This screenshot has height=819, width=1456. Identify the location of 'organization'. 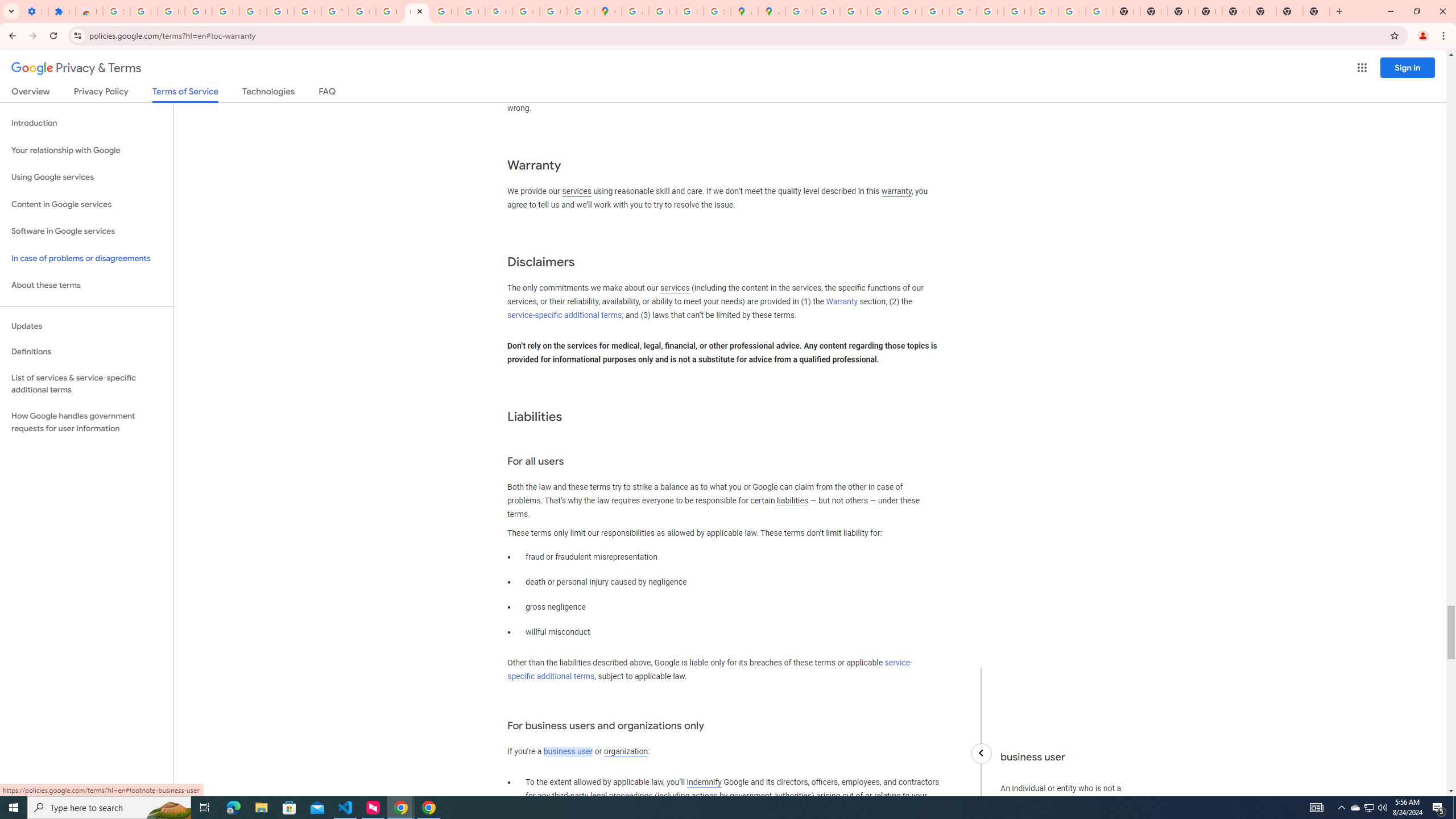
(624, 751).